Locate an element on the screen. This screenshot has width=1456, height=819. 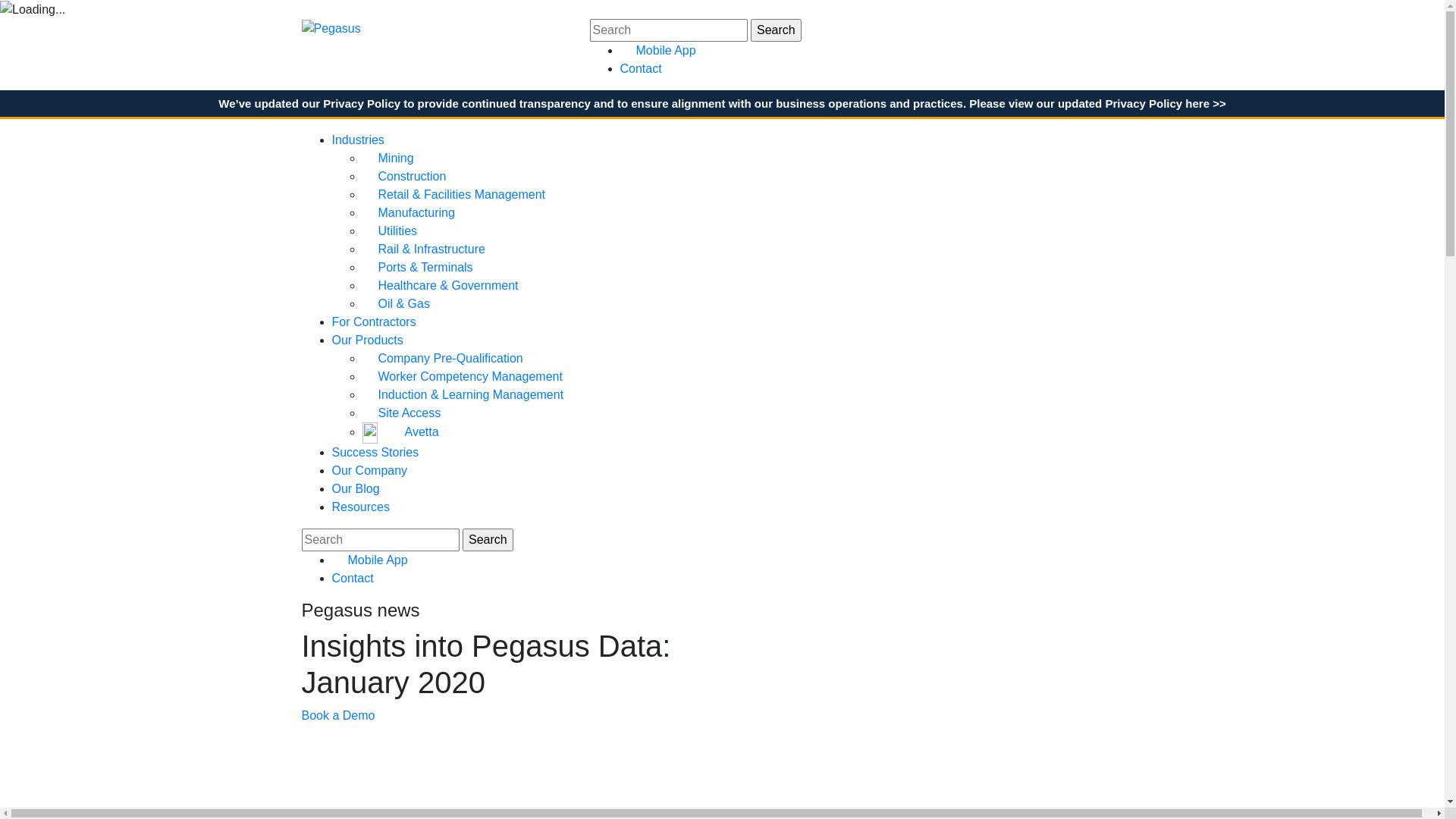
'Our Blog' is located at coordinates (355, 488).